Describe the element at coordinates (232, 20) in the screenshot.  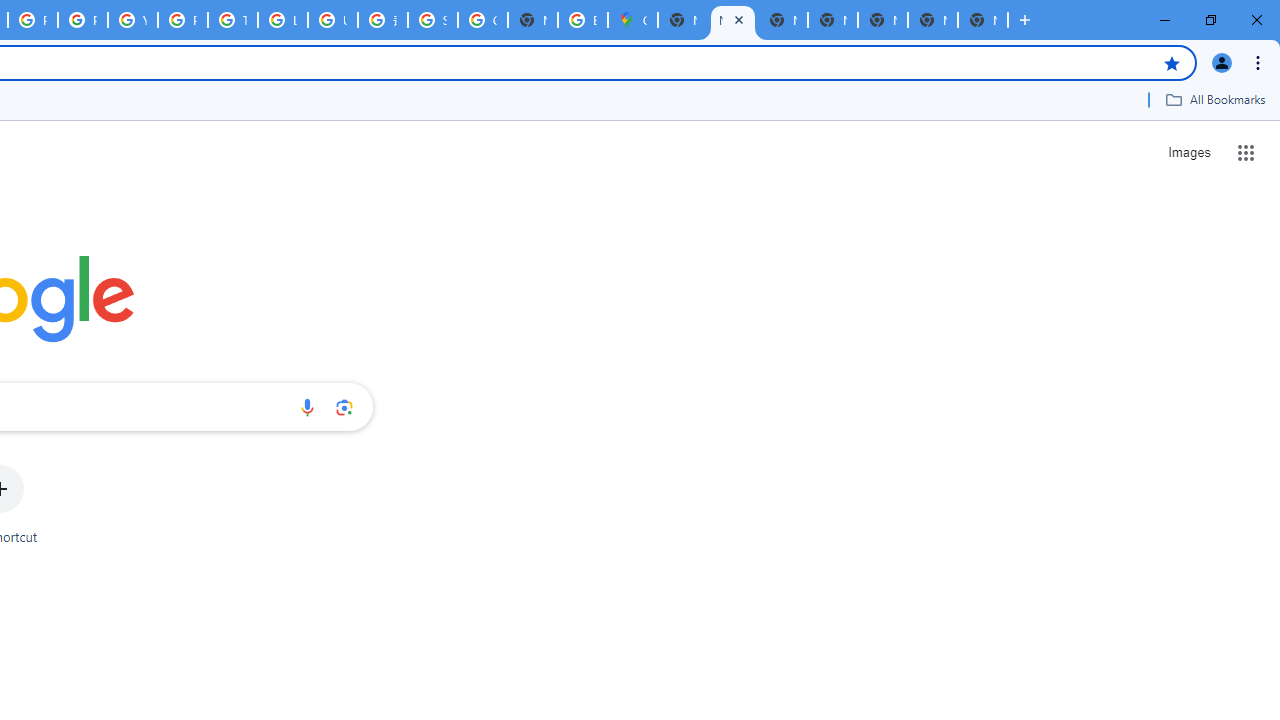
I see `'Tips & tricks for Chrome - Google Chrome Help'` at that location.